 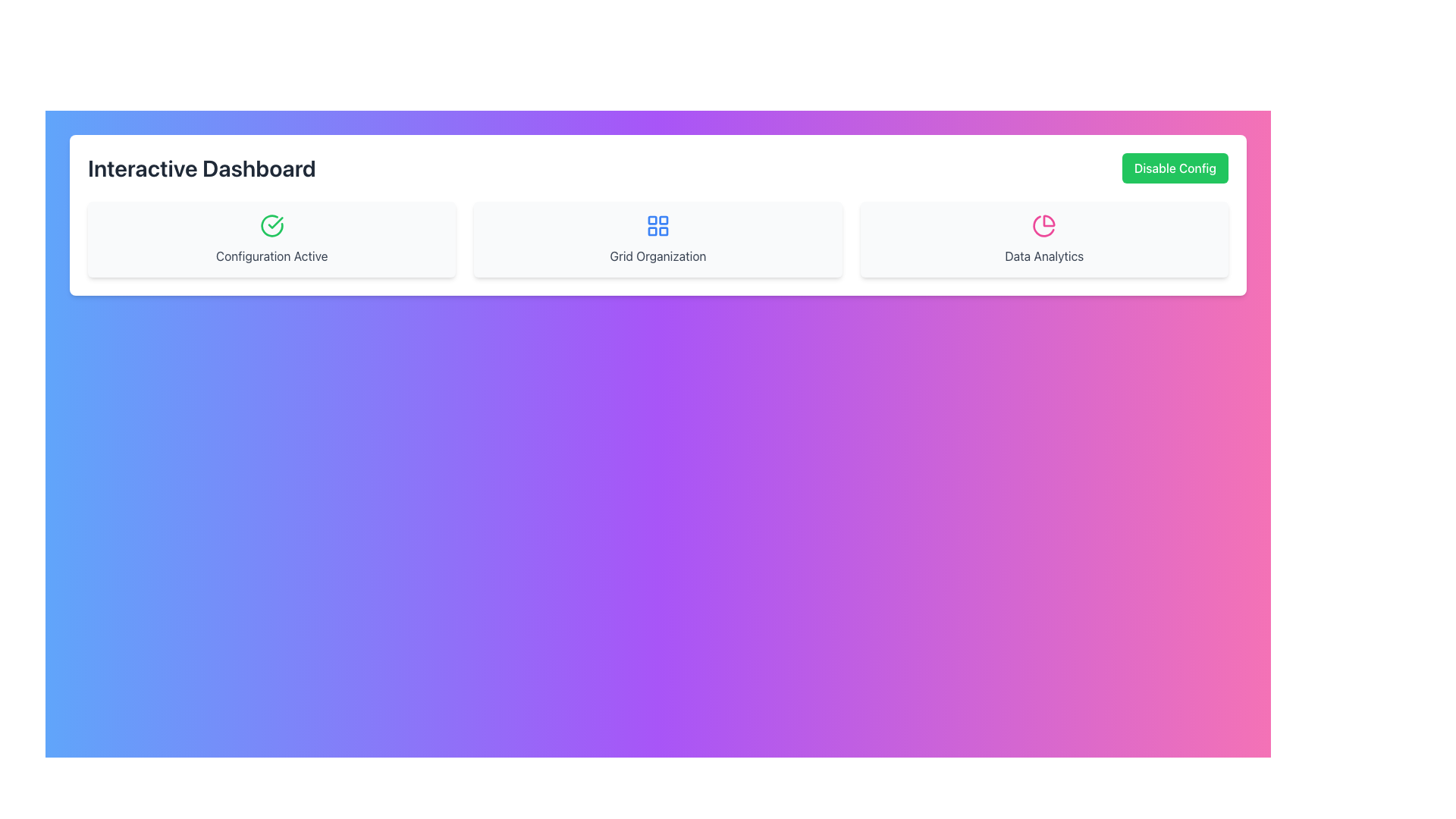 I want to click on the data analytics card which is the third card in a horizontally arranged group of three cards on the dashboard, so click(x=1043, y=239).